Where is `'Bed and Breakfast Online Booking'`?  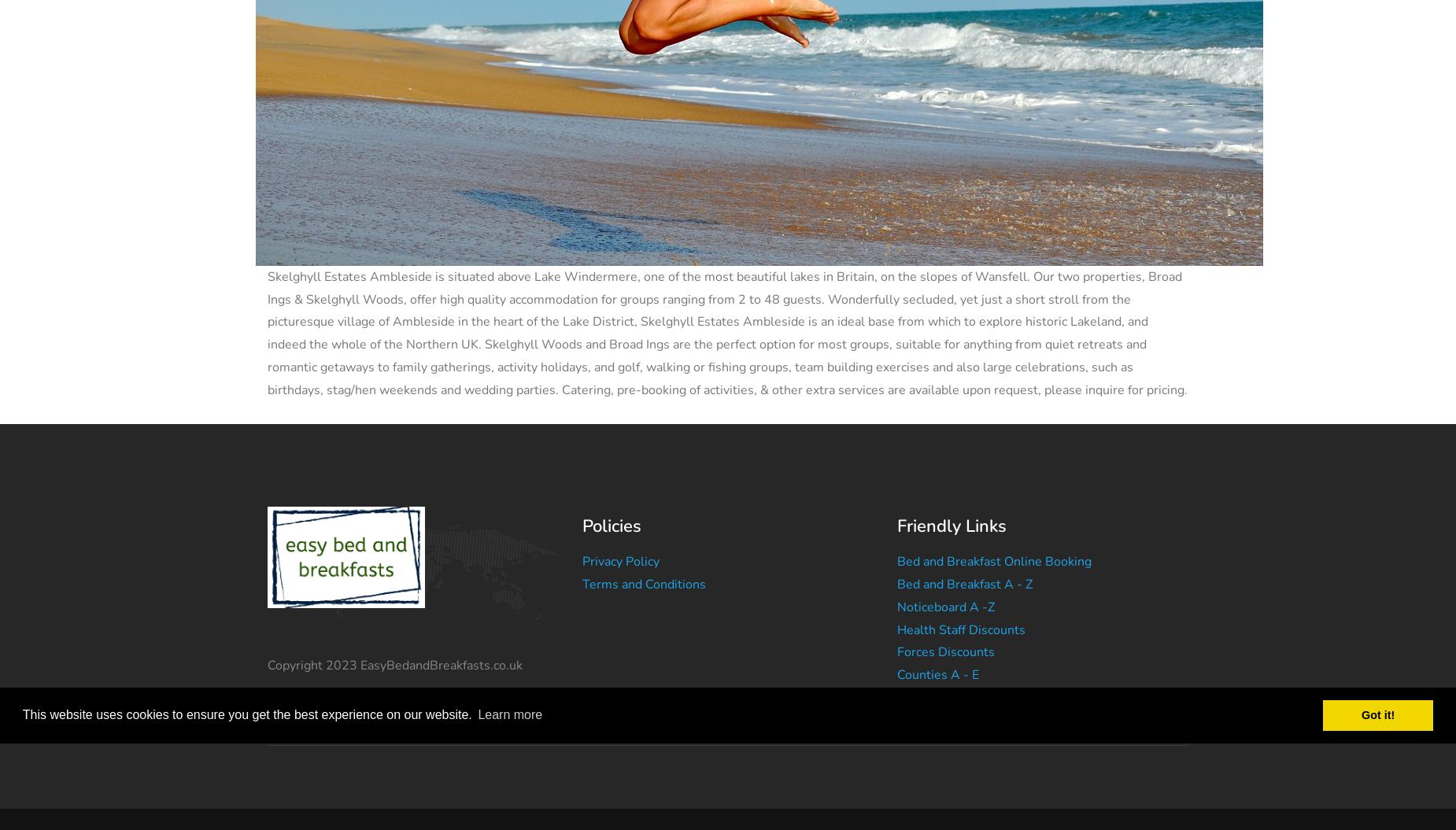 'Bed and Breakfast Online Booking' is located at coordinates (993, 562).